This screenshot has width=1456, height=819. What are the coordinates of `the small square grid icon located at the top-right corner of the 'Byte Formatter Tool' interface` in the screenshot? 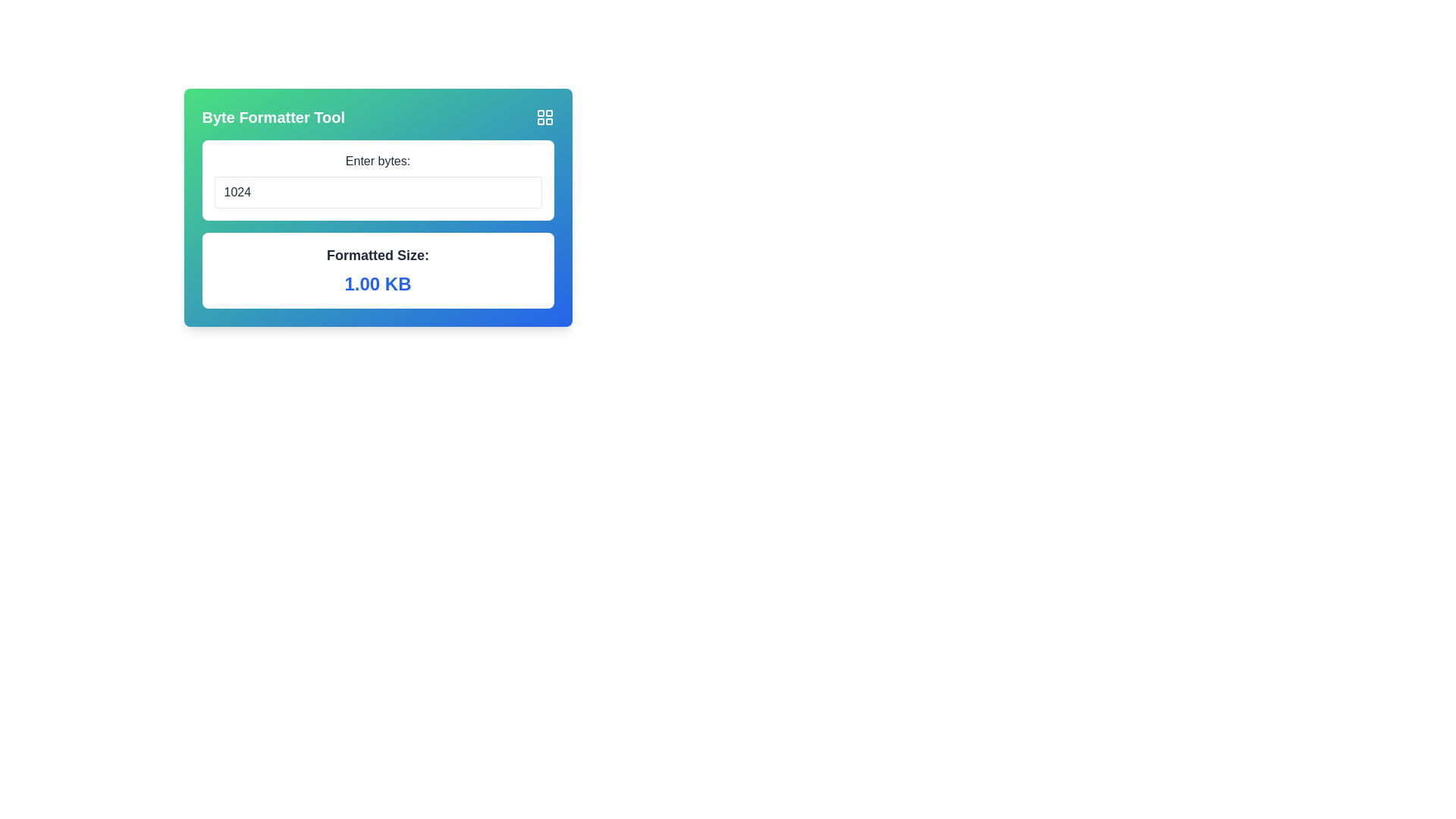 It's located at (544, 116).